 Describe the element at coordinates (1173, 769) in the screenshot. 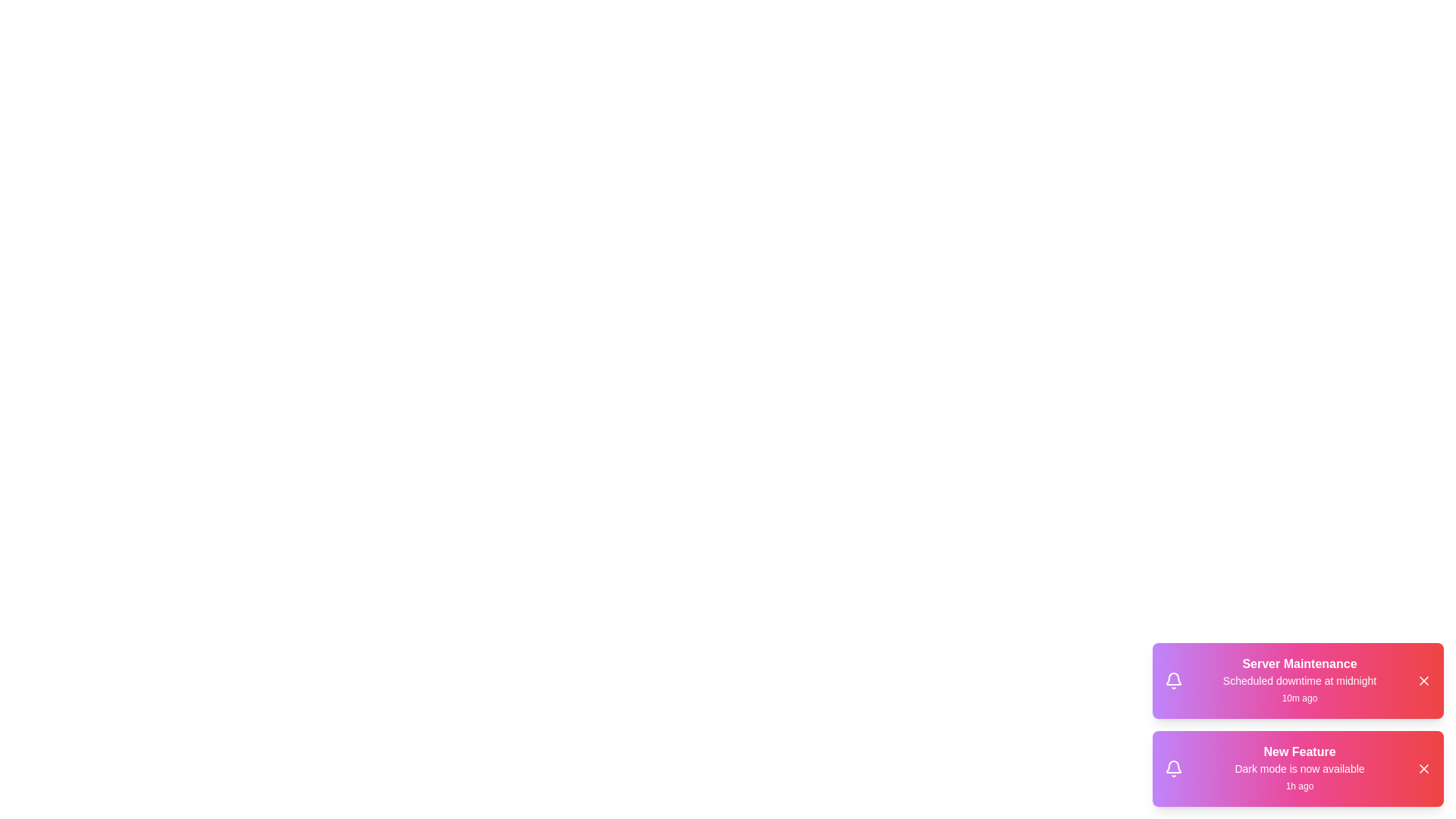

I see `the notification icon for New Feature` at that location.